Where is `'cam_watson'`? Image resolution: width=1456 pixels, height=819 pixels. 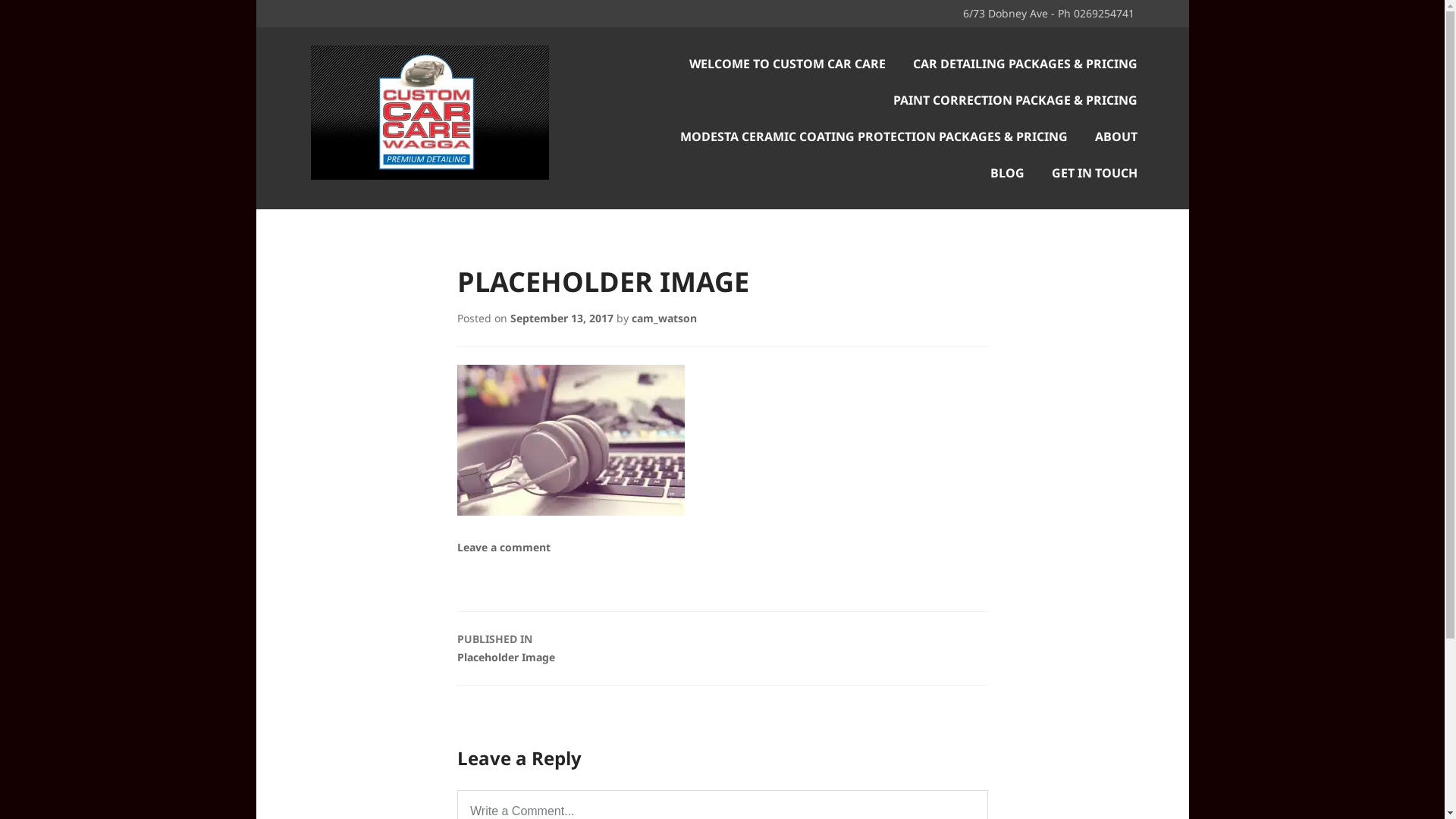 'cam_watson' is located at coordinates (630, 317).